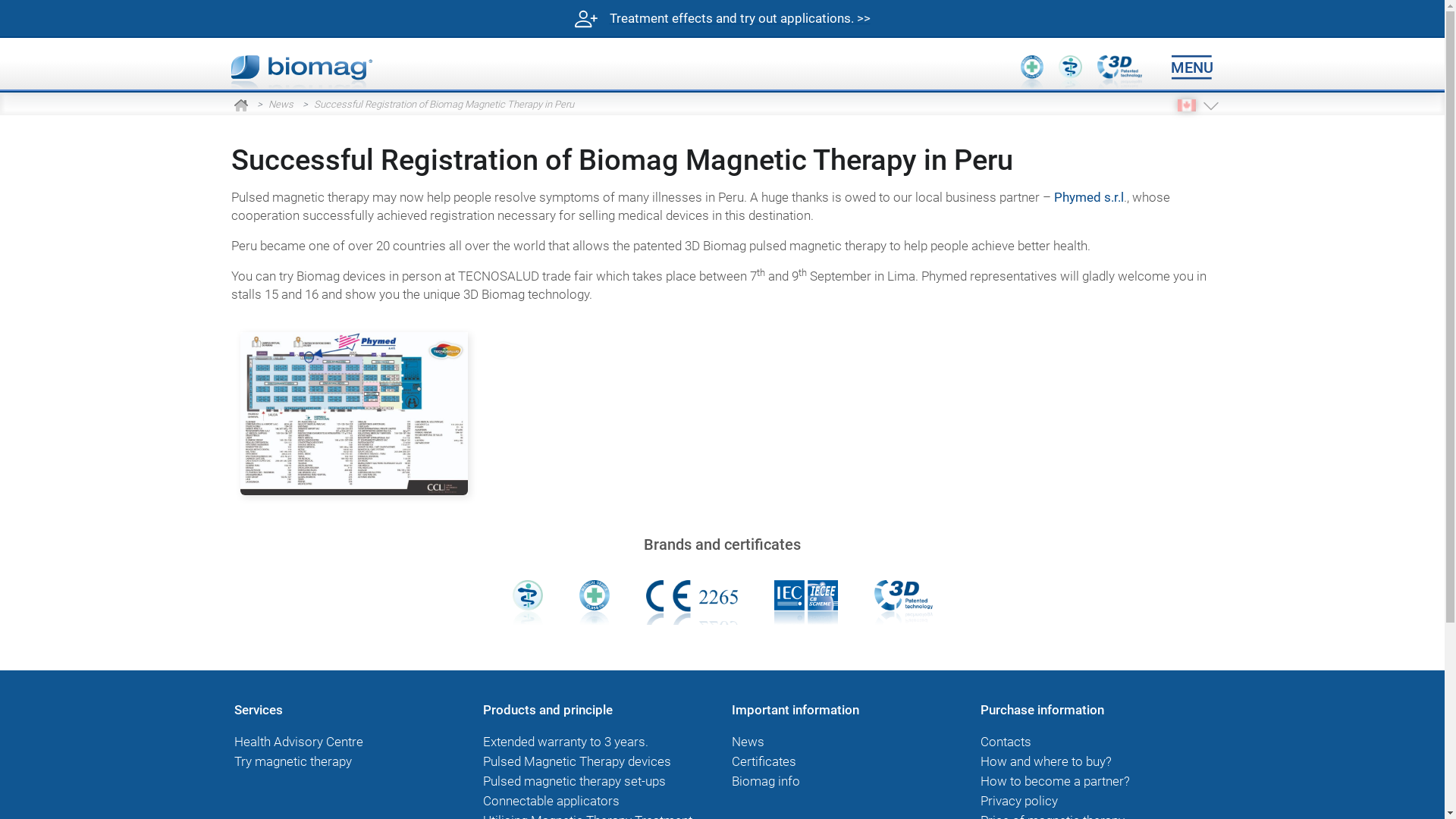 The image size is (1456, 819). I want to click on 'Try magnetic therapy', so click(292, 761).